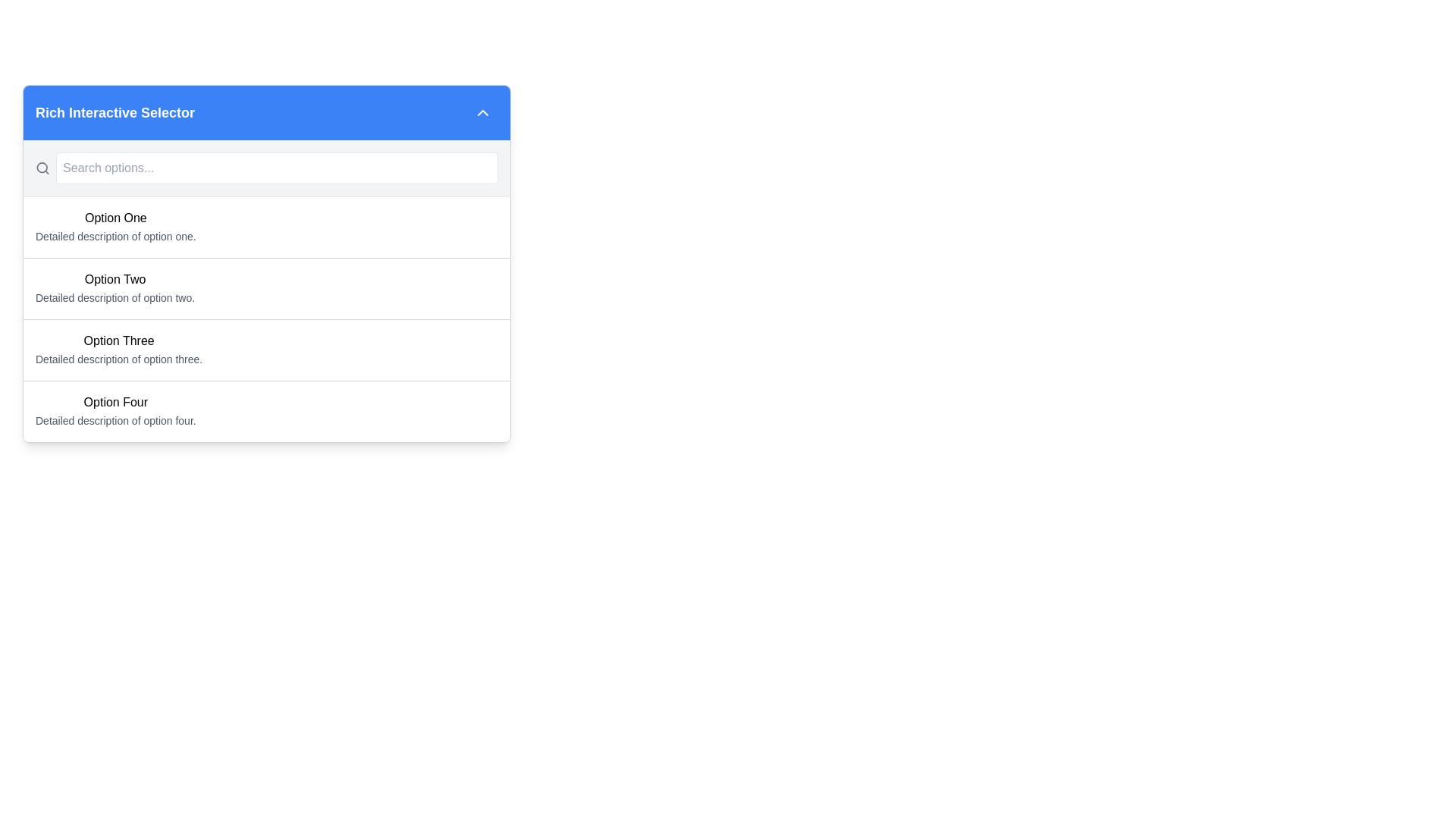 The width and height of the screenshot is (1456, 819). I want to click on the second selectable list item located between 'Option One' and 'Option Three', so click(266, 288).